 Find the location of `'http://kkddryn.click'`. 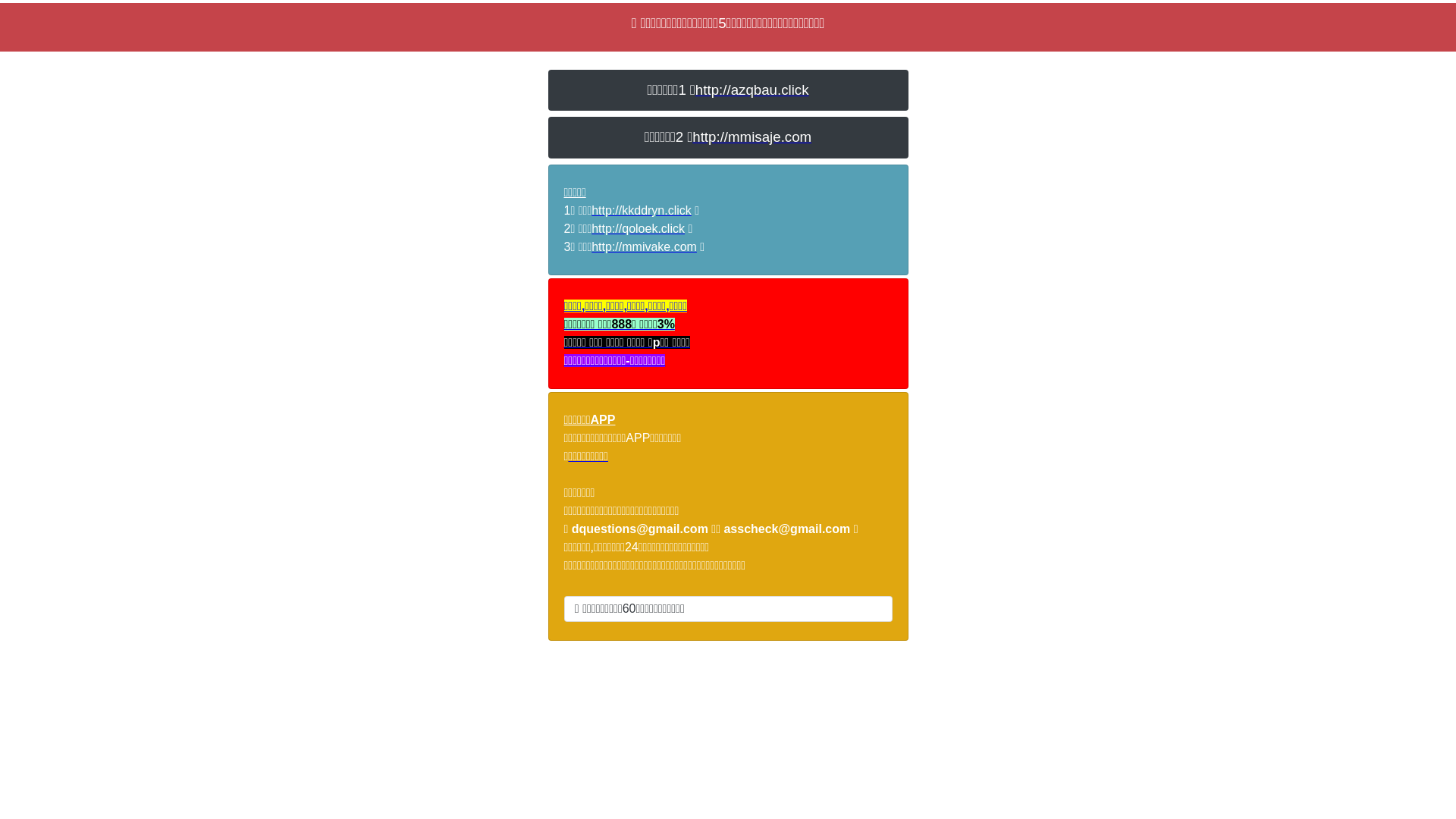

'http://kkddryn.click' is located at coordinates (590, 210).